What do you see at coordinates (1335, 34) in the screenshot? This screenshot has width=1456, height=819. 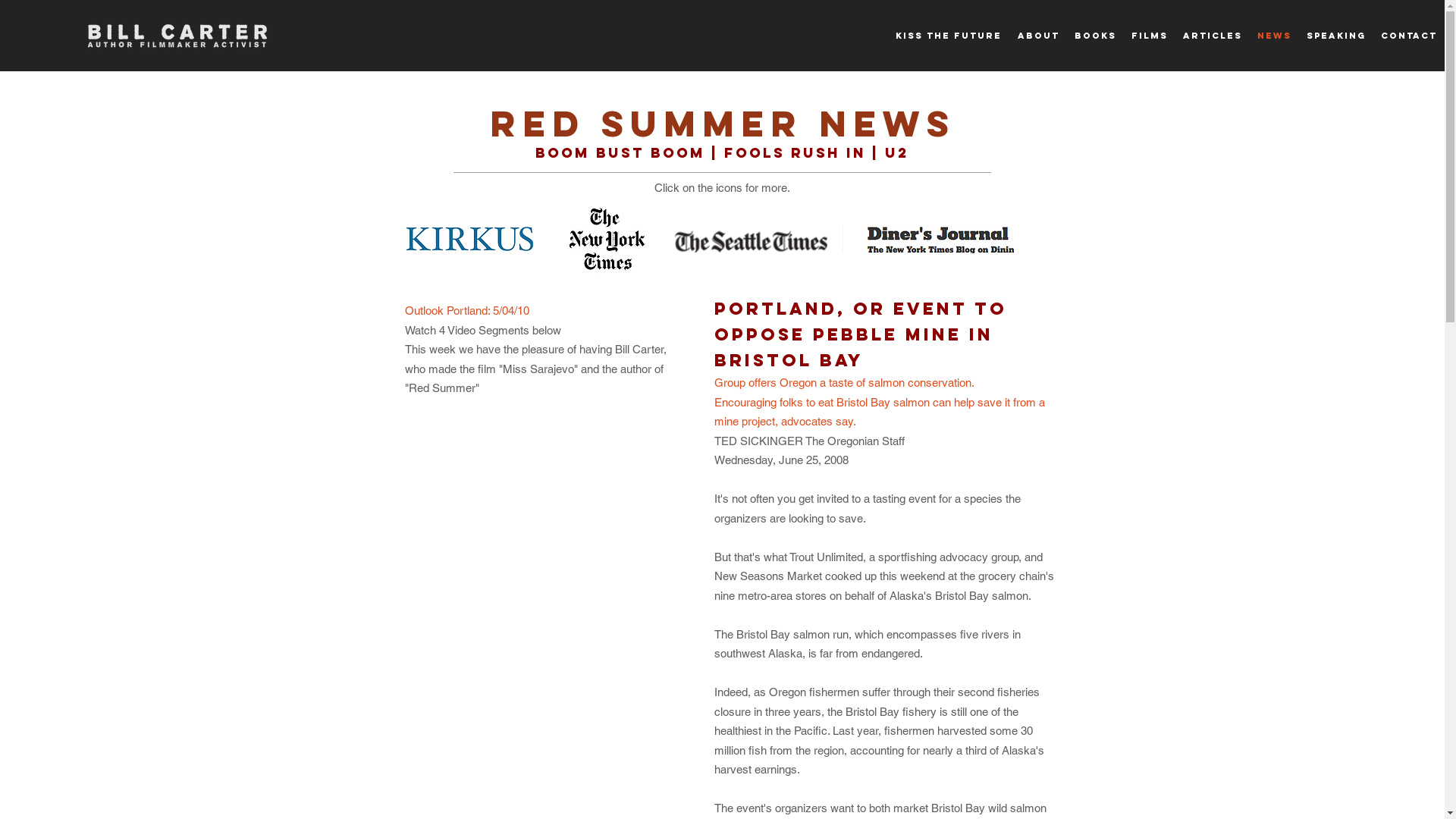 I see `'SPEAKING'` at bounding box center [1335, 34].